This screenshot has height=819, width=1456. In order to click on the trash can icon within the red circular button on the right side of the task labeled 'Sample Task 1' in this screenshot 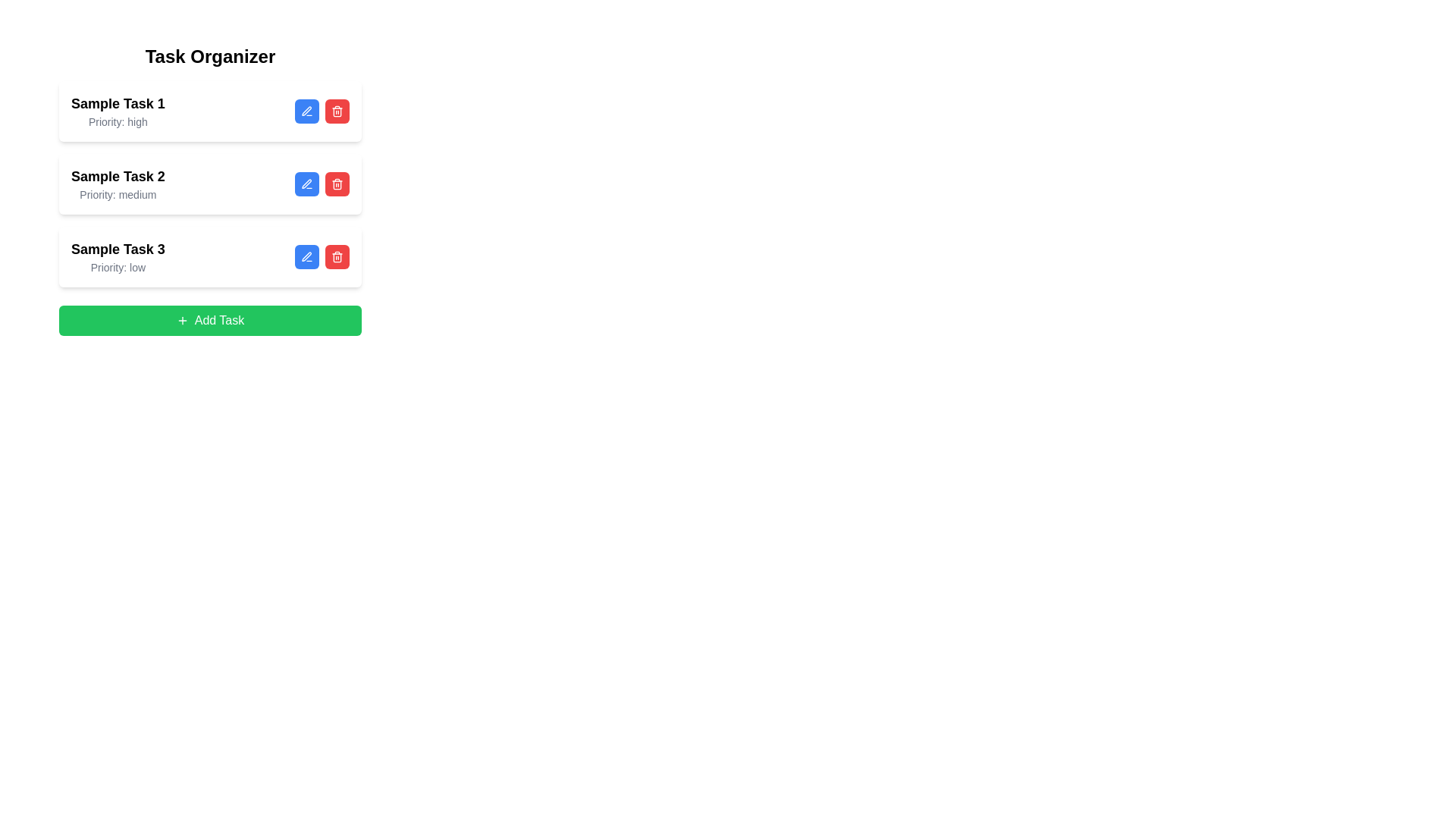, I will do `click(337, 110)`.